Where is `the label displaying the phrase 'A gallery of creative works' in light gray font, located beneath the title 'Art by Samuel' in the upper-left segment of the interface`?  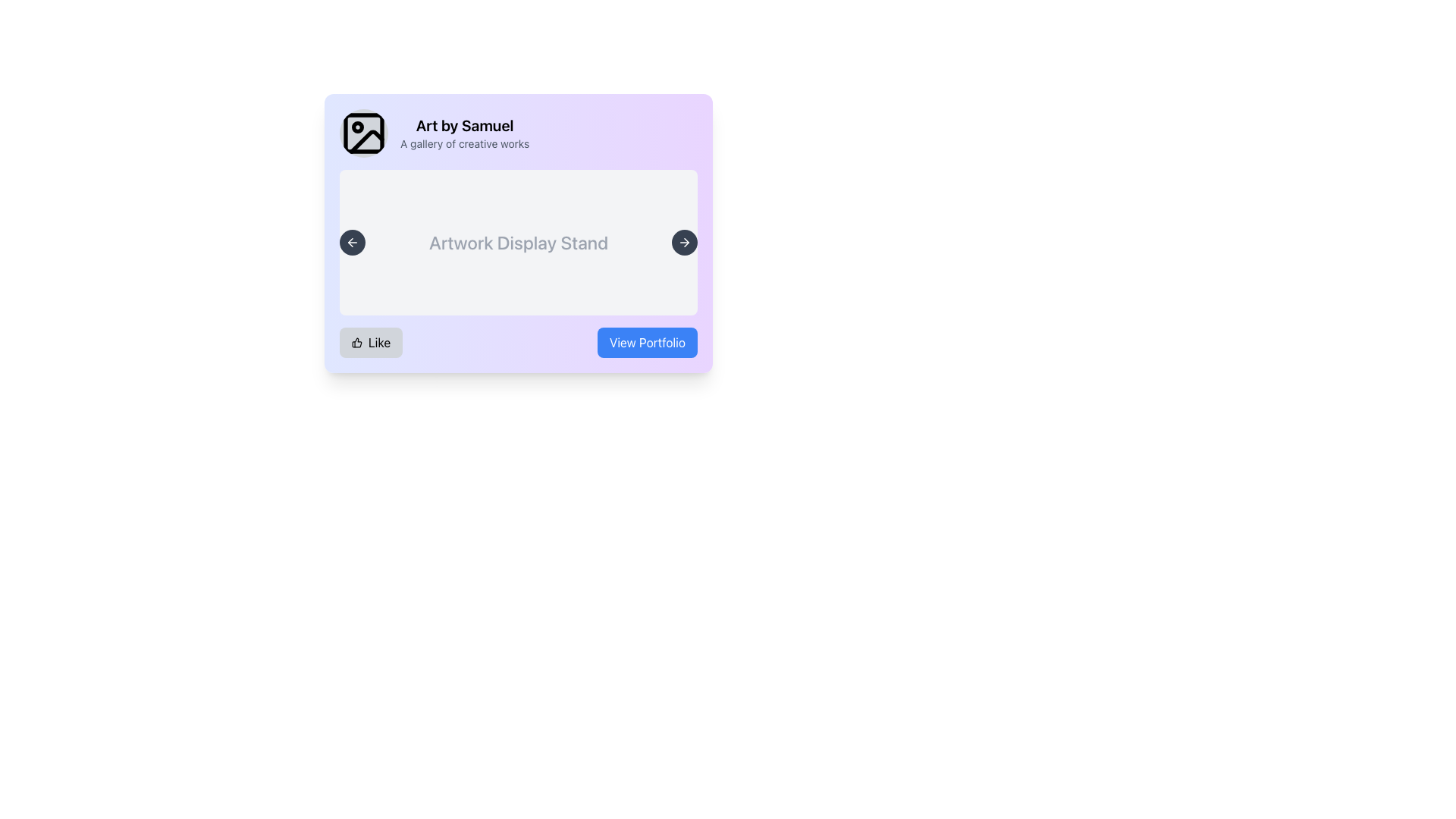 the label displaying the phrase 'A gallery of creative works' in light gray font, located beneath the title 'Art by Samuel' in the upper-left segment of the interface is located at coordinates (464, 143).